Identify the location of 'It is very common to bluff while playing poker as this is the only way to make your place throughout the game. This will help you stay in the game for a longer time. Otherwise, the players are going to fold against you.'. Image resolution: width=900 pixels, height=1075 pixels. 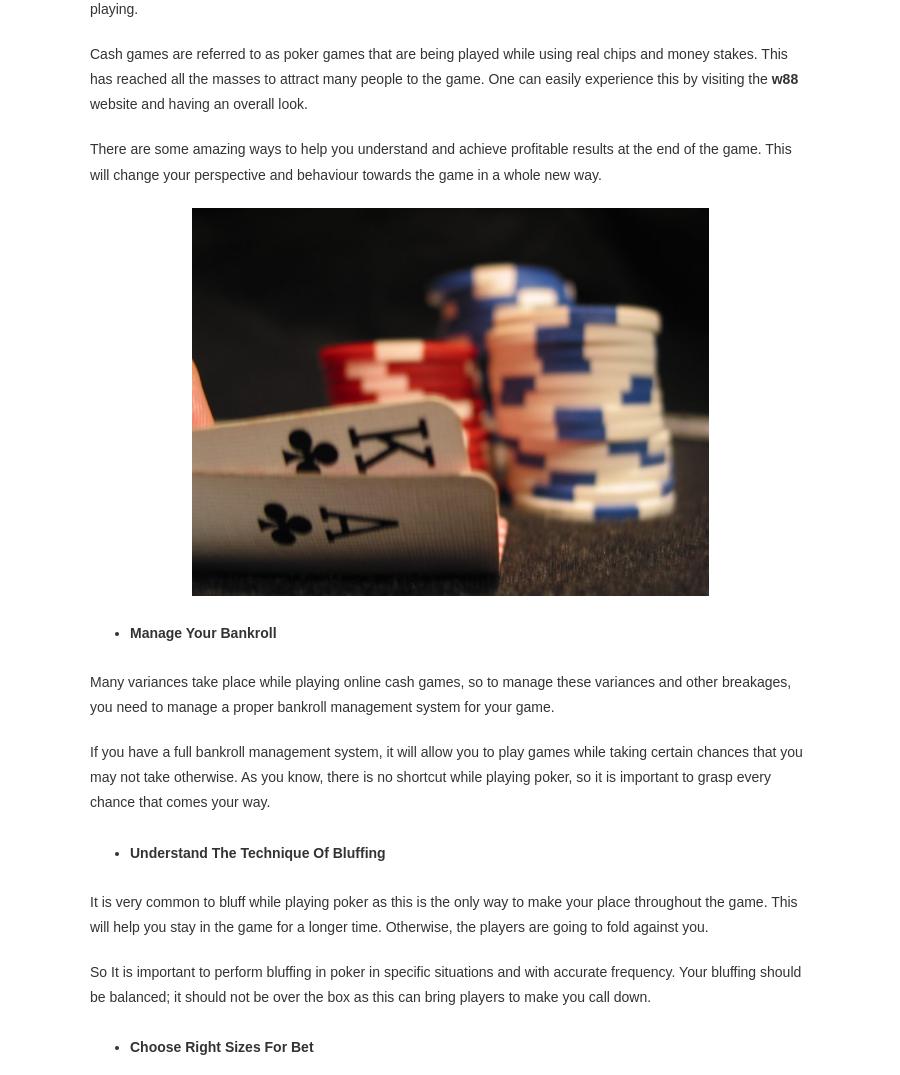
(443, 911).